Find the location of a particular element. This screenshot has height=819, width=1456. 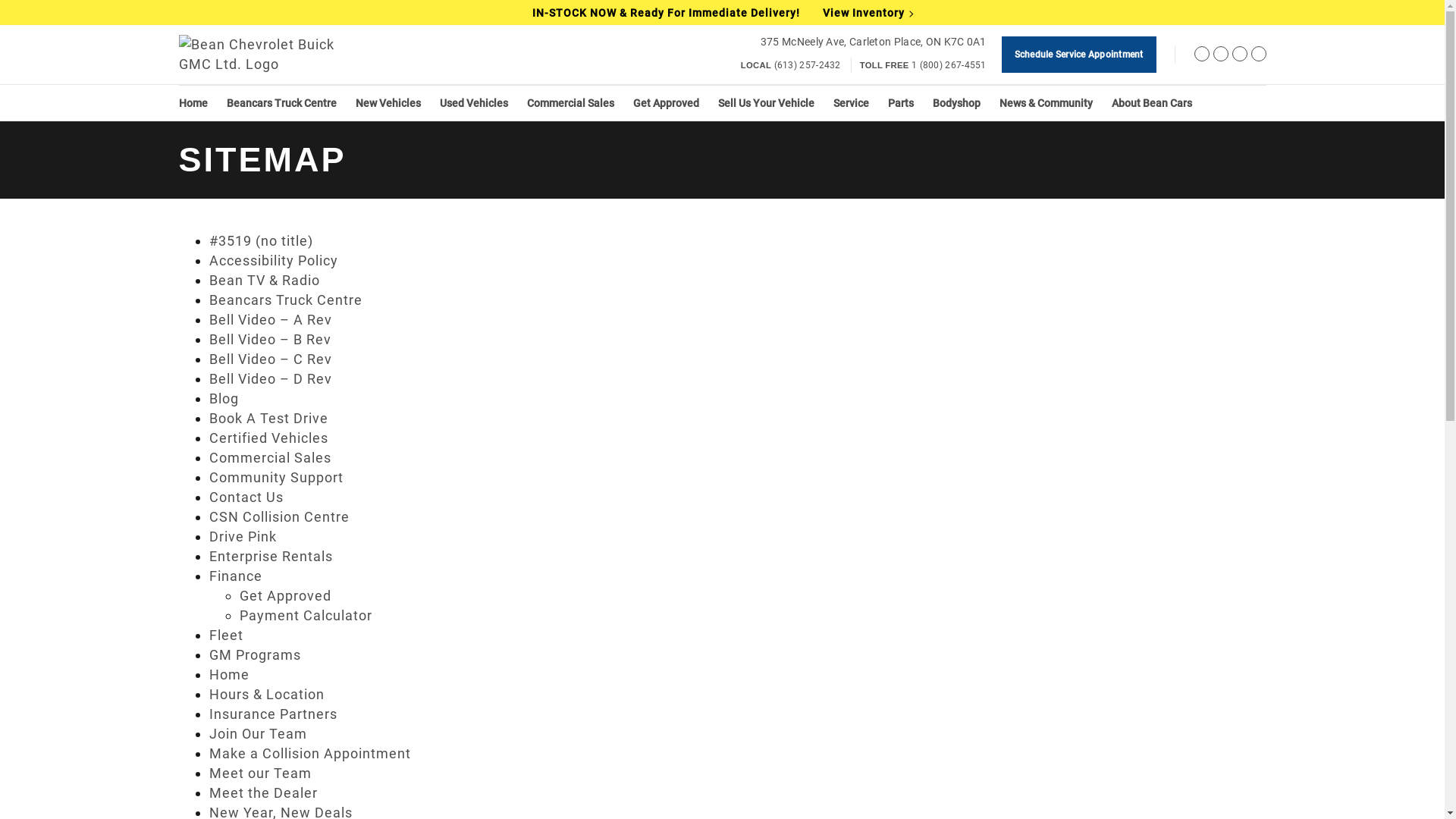

'GM Programs' is located at coordinates (255, 654).